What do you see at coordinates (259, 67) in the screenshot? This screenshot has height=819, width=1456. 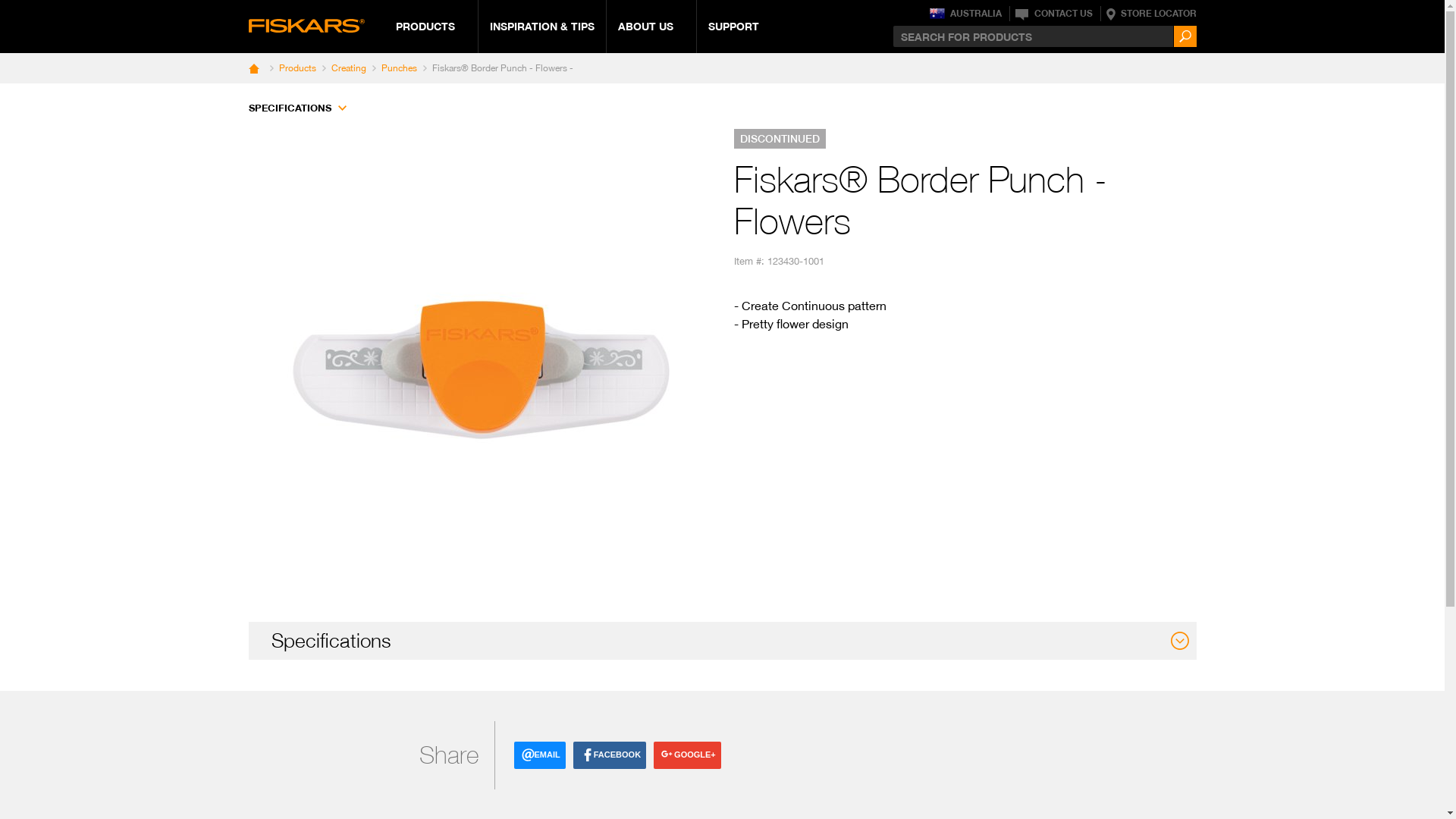 I see `' '` at bounding box center [259, 67].